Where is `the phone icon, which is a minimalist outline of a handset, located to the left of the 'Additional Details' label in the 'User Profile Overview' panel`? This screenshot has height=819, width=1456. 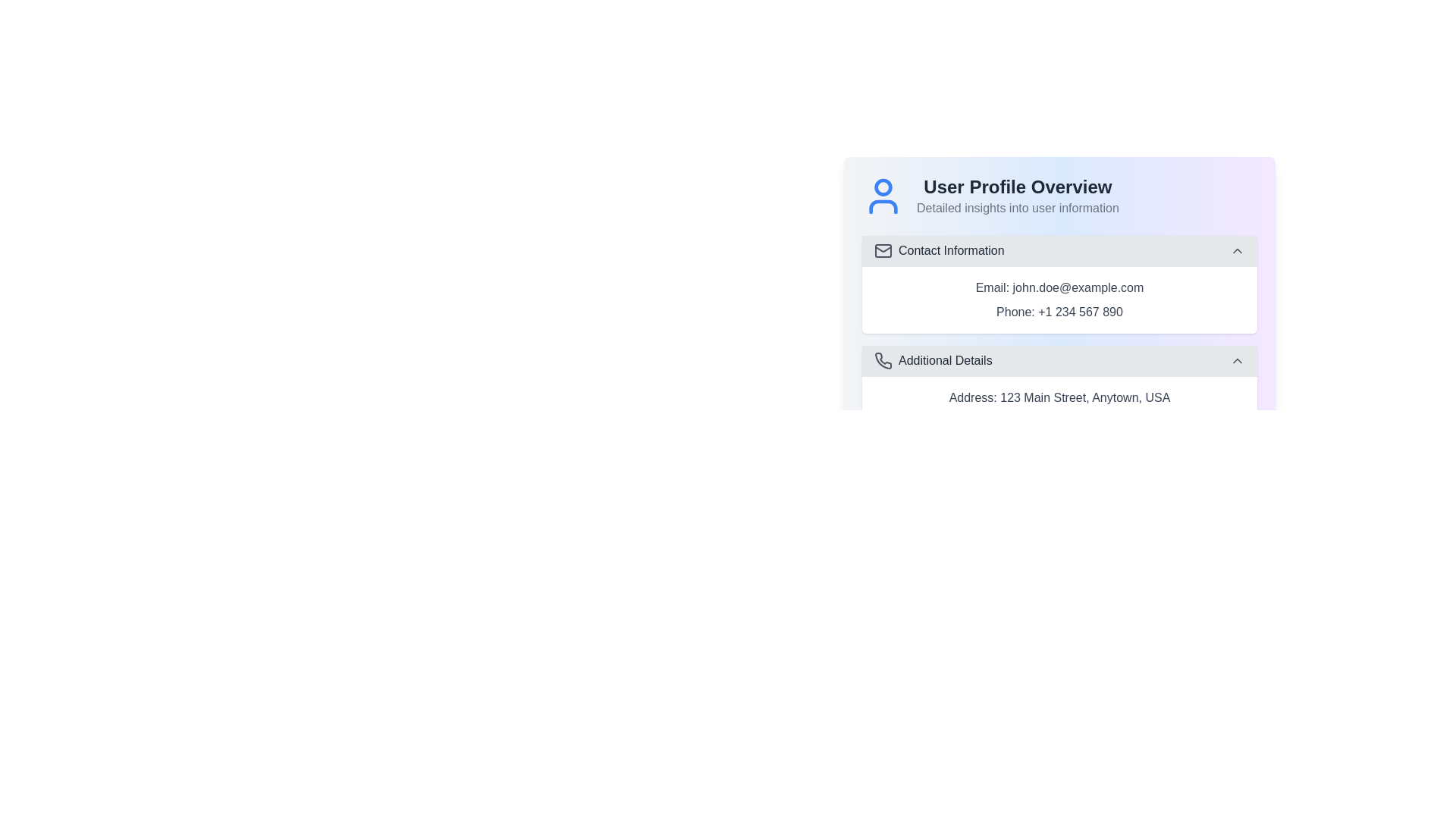 the phone icon, which is a minimalist outline of a handset, located to the left of the 'Additional Details' label in the 'User Profile Overview' panel is located at coordinates (883, 360).